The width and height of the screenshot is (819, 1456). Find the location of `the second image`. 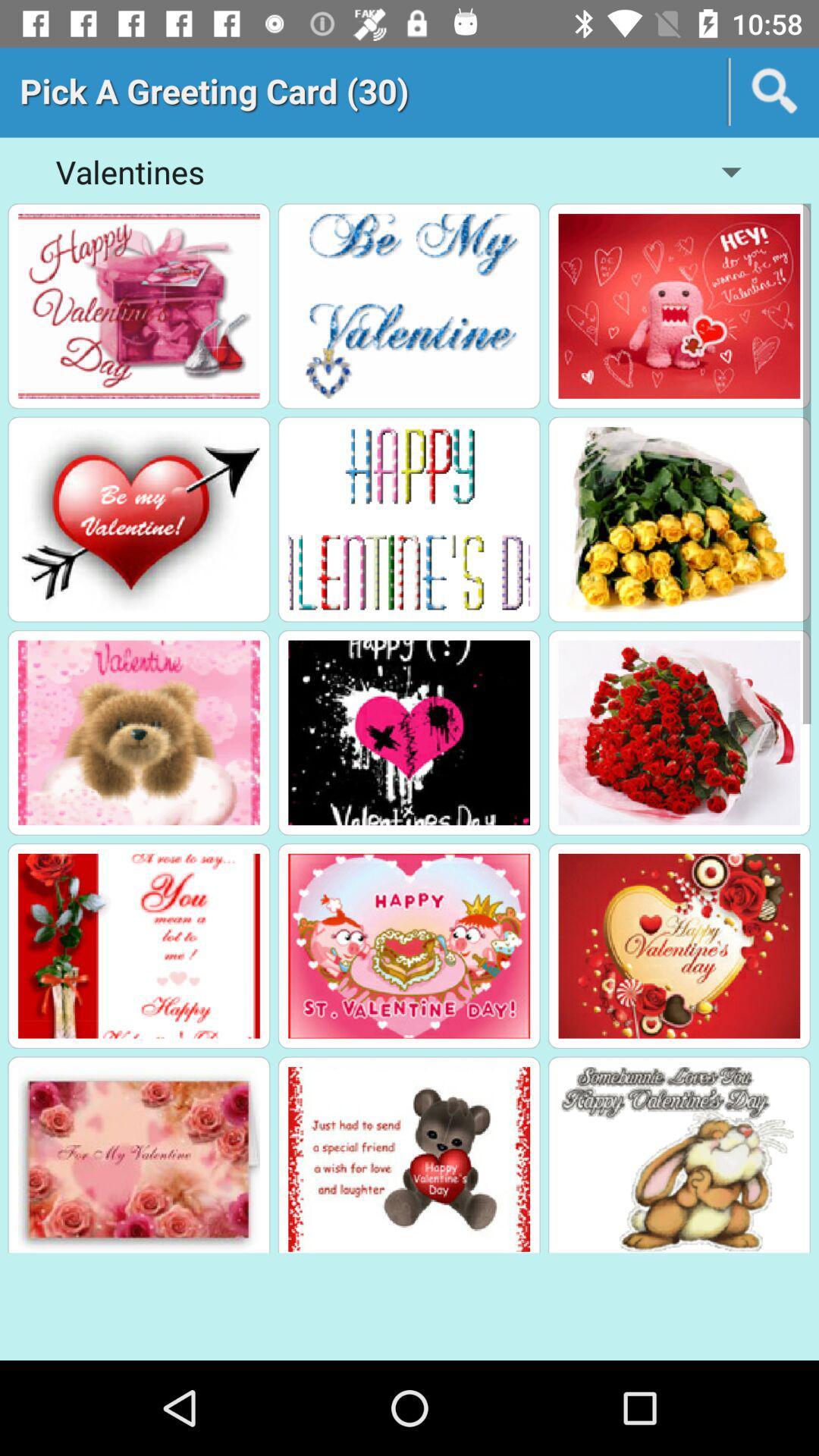

the second image is located at coordinates (408, 305).